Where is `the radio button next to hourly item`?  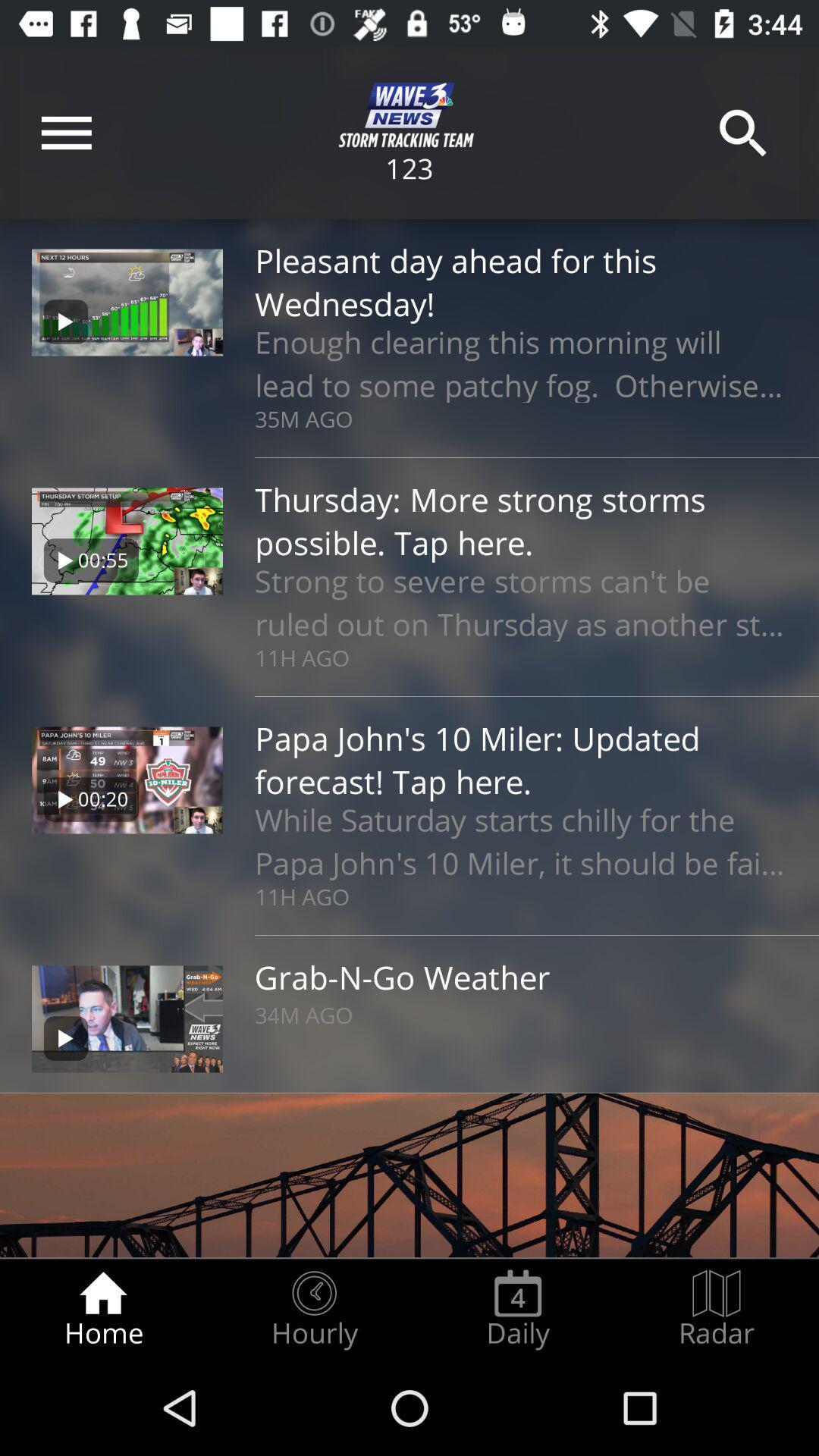
the radio button next to hourly item is located at coordinates (517, 1309).